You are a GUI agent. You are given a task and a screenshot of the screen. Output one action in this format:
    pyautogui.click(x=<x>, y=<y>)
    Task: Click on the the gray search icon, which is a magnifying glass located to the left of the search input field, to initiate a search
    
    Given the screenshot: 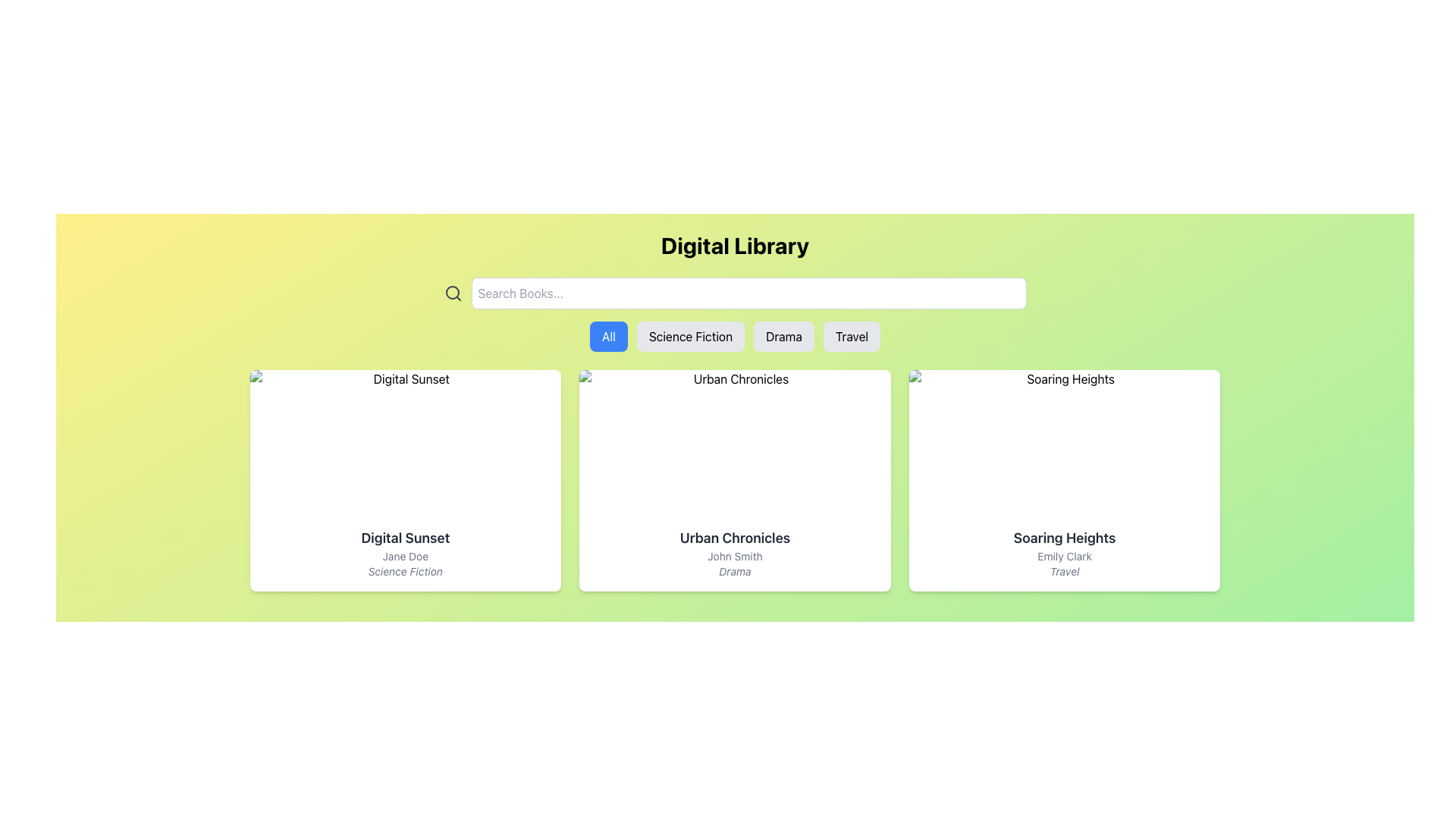 What is the action you would take?
    pyautogui.click(x=452, y=293)
    